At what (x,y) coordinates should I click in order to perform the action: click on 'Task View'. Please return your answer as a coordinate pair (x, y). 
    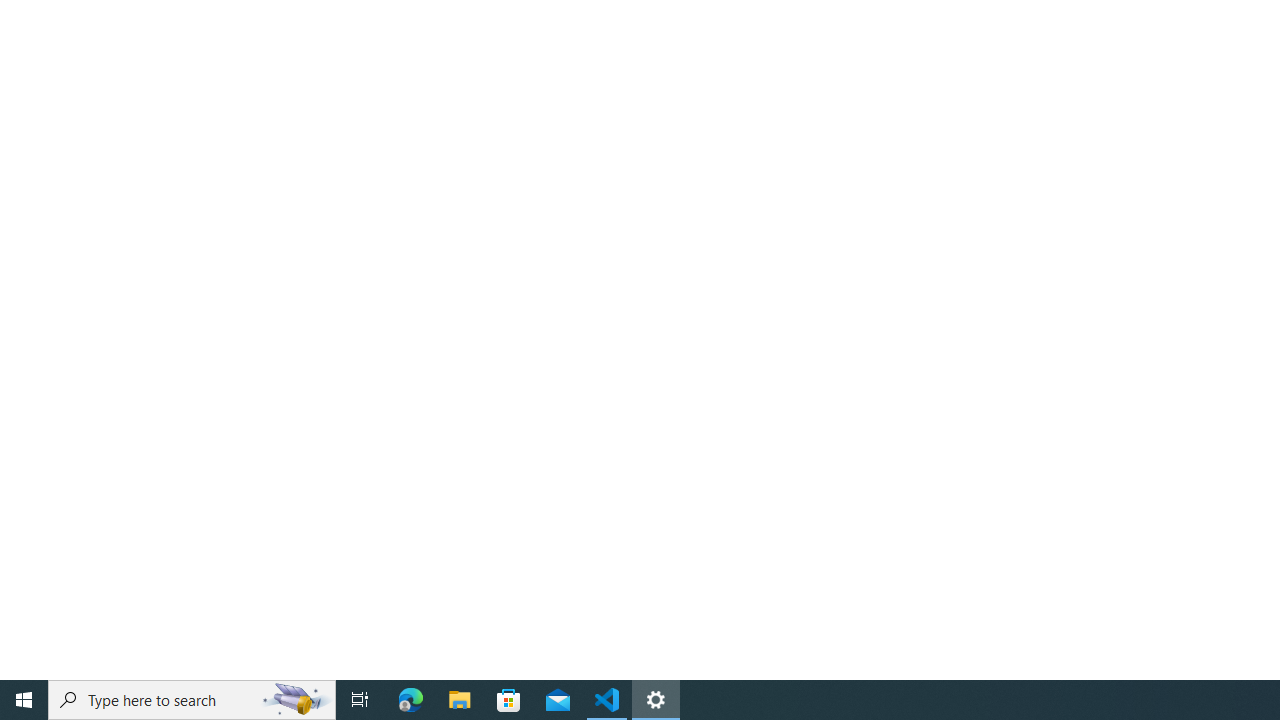
    Looking at the image, I should click on (359, 698).